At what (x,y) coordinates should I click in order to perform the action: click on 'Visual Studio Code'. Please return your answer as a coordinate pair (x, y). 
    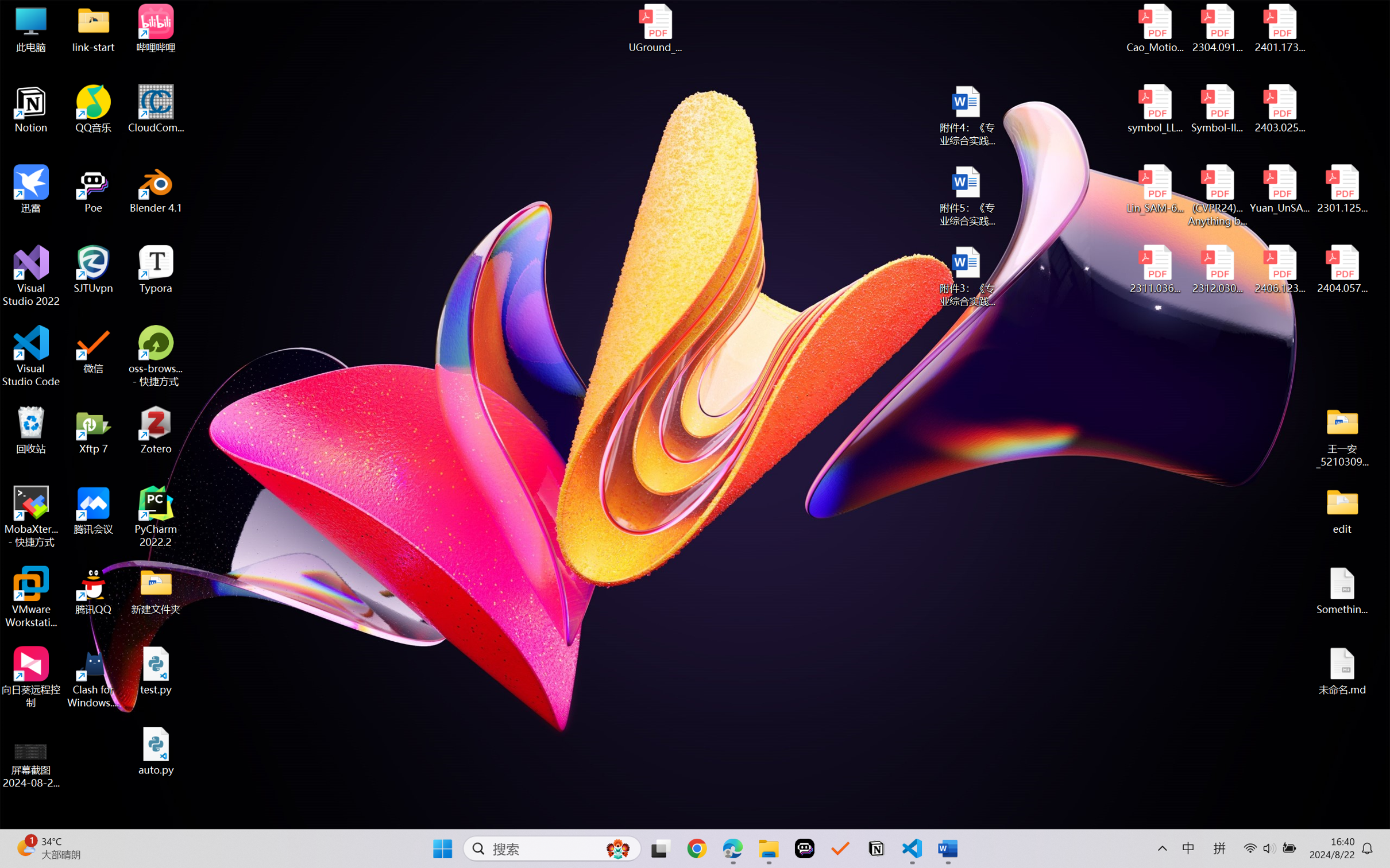
    Looking at the image, I should click on (30, 355).